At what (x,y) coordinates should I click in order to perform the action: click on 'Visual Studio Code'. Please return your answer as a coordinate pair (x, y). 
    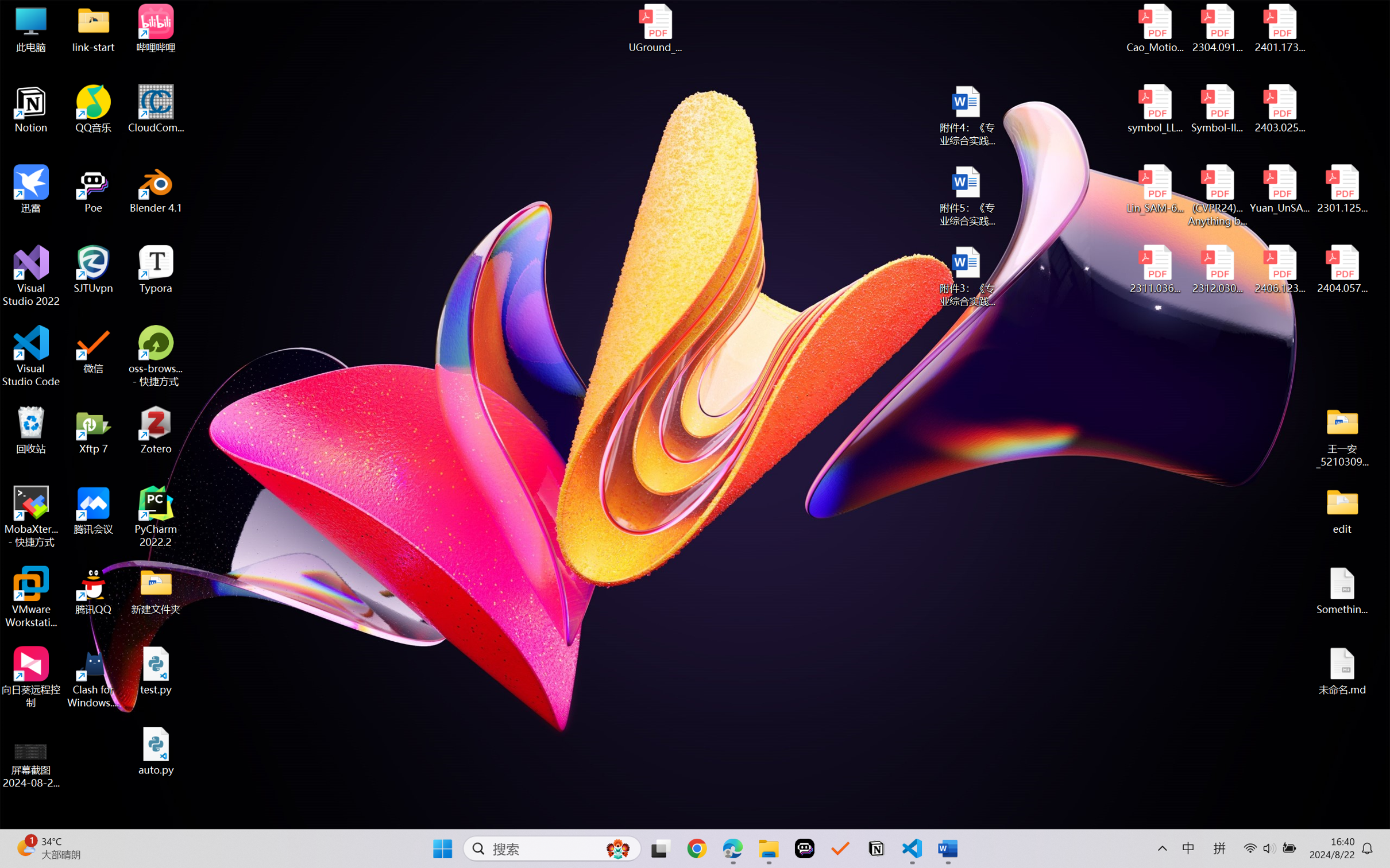
    Looking at the image, I should click on (30, 355).